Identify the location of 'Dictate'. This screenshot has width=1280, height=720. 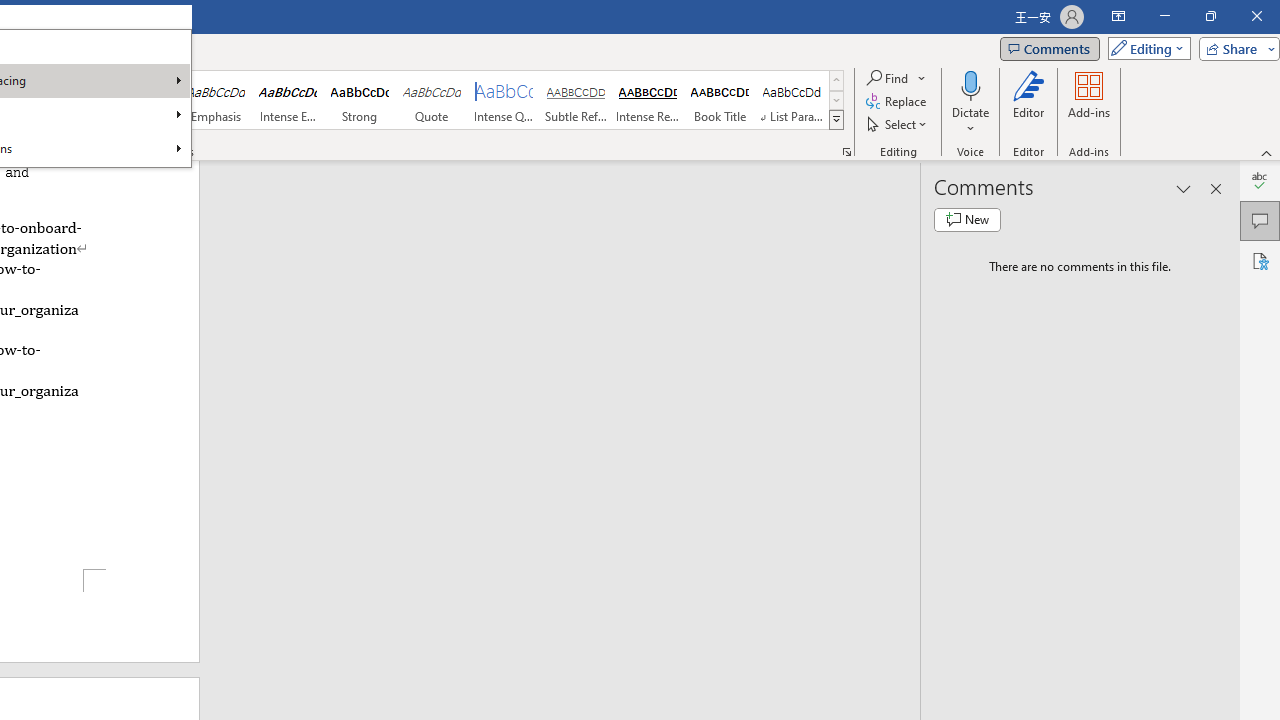
(970, 84).